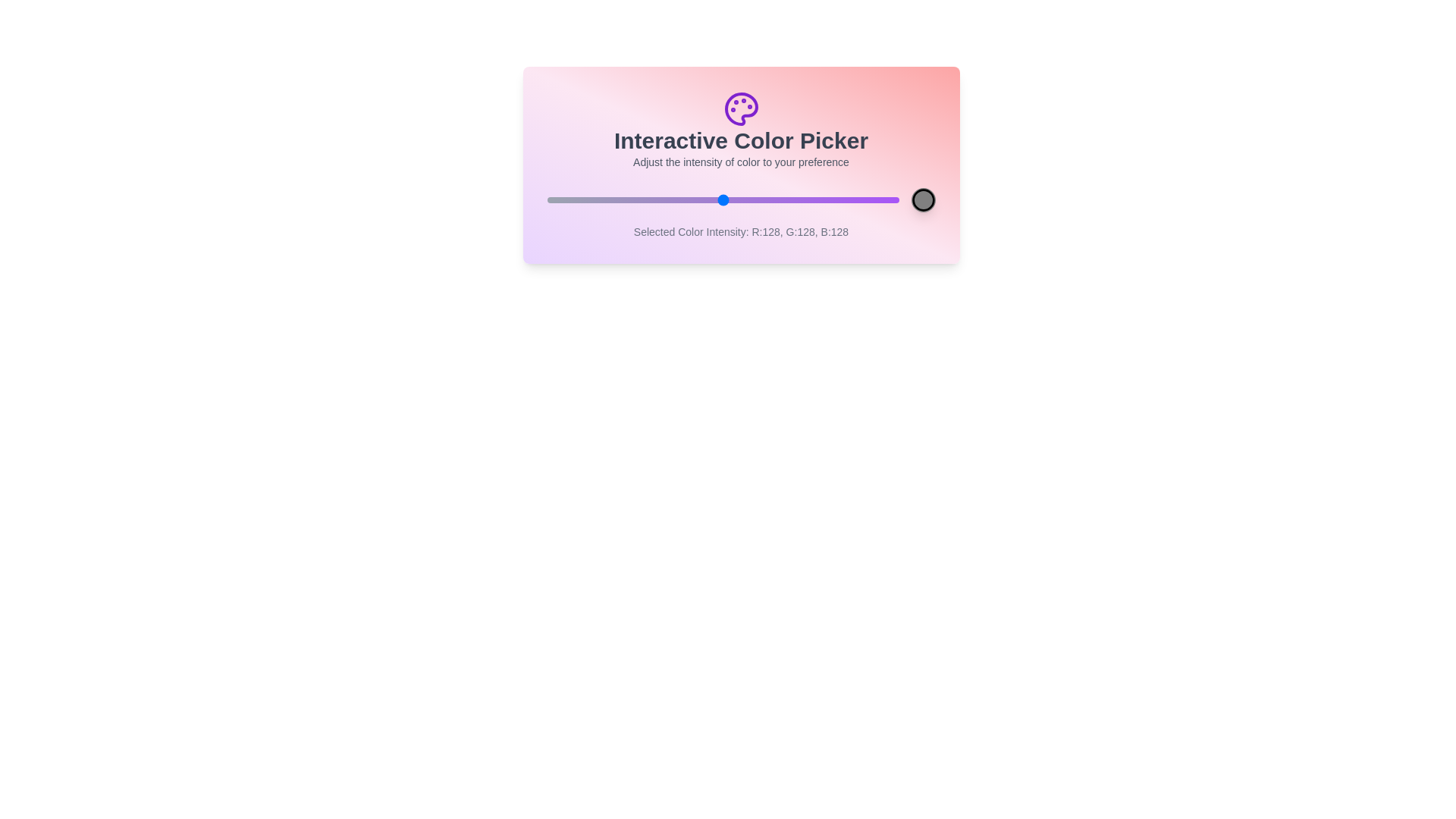  What do you see at coordinates (780, 199) in the screenshot?
I see `the color intensity to 170 by dragging the slider` at bounding box center [780, 199].